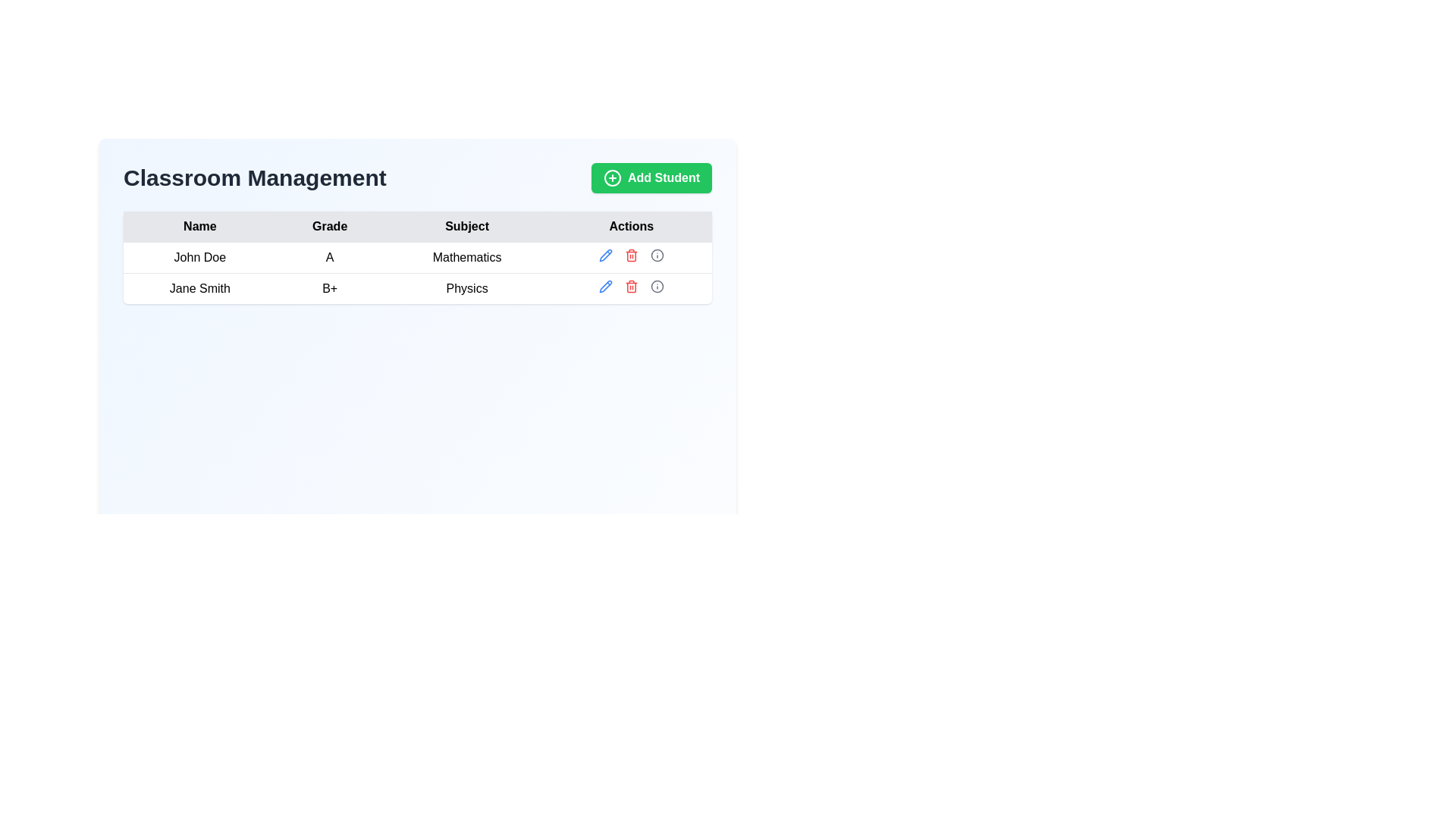 Image resolution: width=1456 pixels, height=819 pixels. I want to click on the text label 'John Doe' which is displayed in bold within a table structure indicating a student's information, located at the center of the element's bounding box, so click(199, 256).